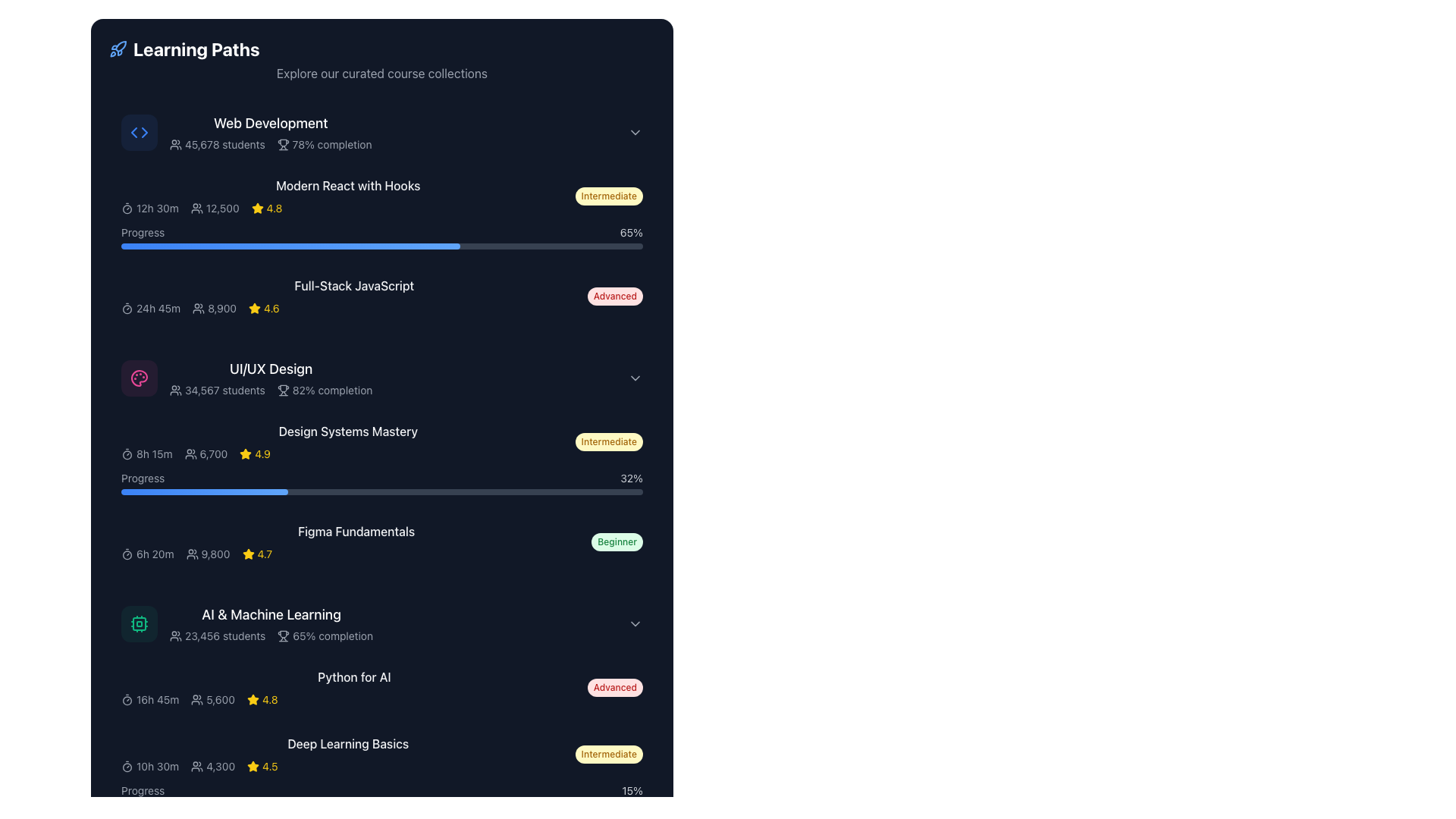  Describe the element at coordinates (255, 453) in the screenshot. I see `the Rating display element showing the average rating of the 'Design Systems Mastery' course, which is positioned under the 'Learning Paths' section, to the right of the student count text '6,700' and above the progress bar` at that location.